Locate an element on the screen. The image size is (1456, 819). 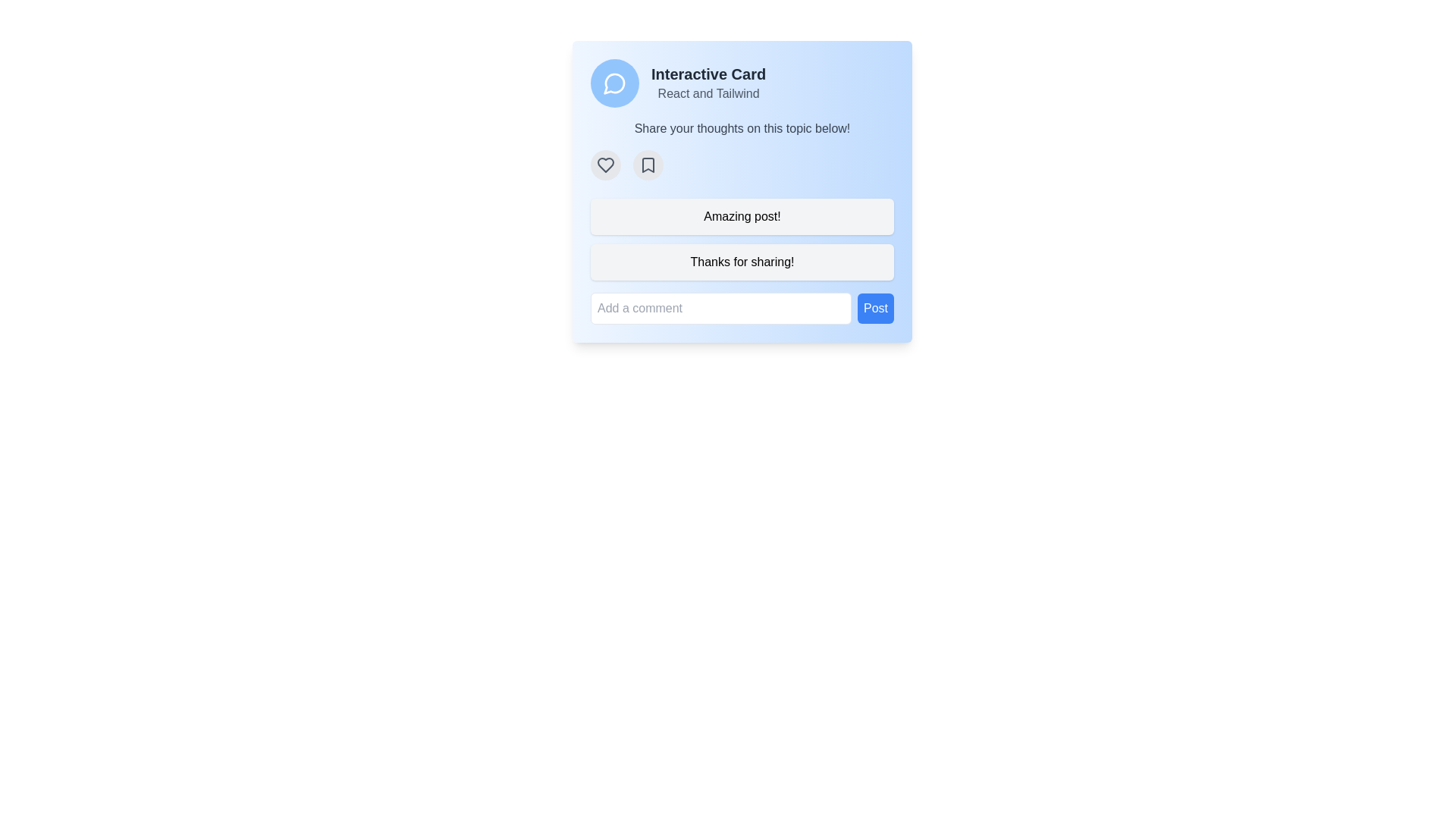
the circular icon button with a light gray background and a dark gray heart outline to like or unlike is located at coordinates (604, 165).